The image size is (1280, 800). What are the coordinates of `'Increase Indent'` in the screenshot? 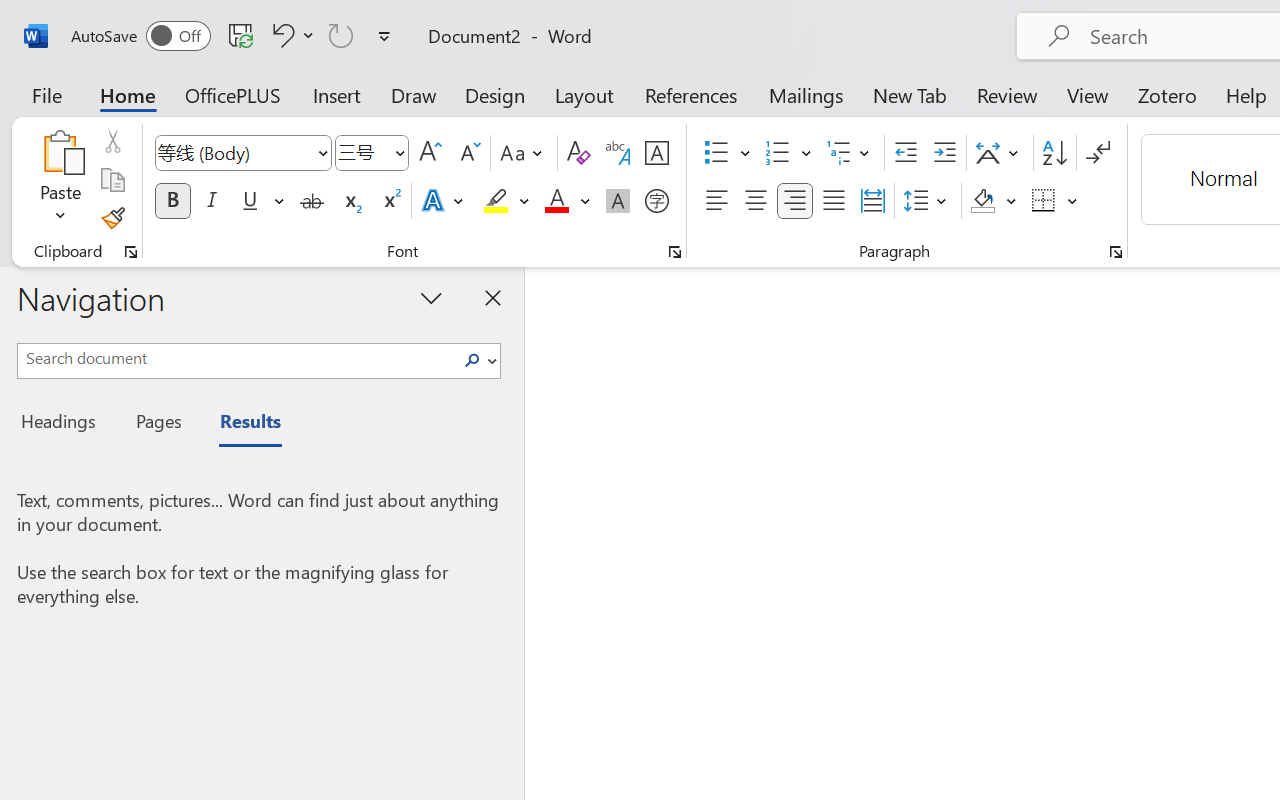 It's located at (943, 153).